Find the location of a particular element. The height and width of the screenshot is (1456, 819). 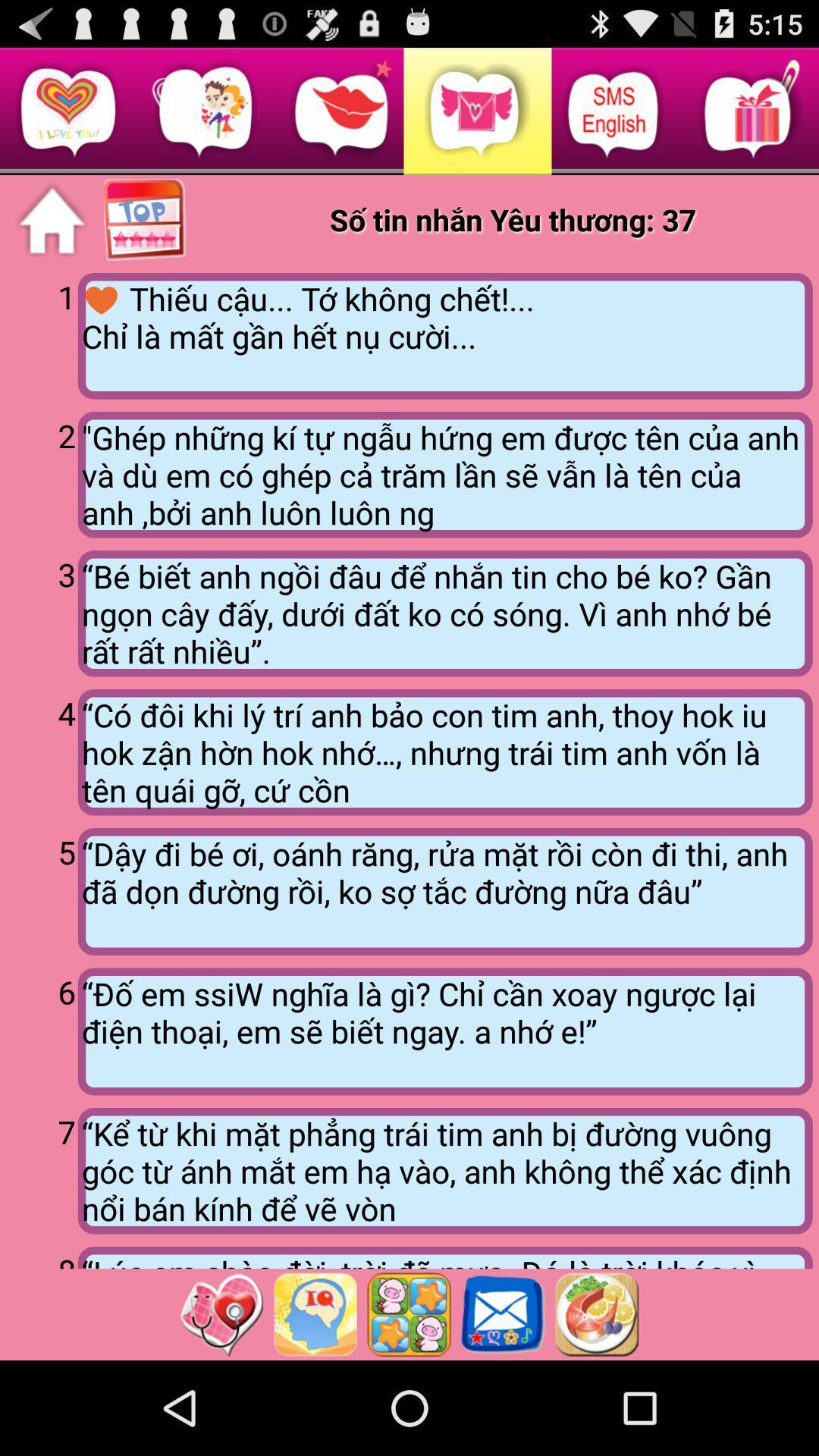

check email is located at coordinates (503, 1313).